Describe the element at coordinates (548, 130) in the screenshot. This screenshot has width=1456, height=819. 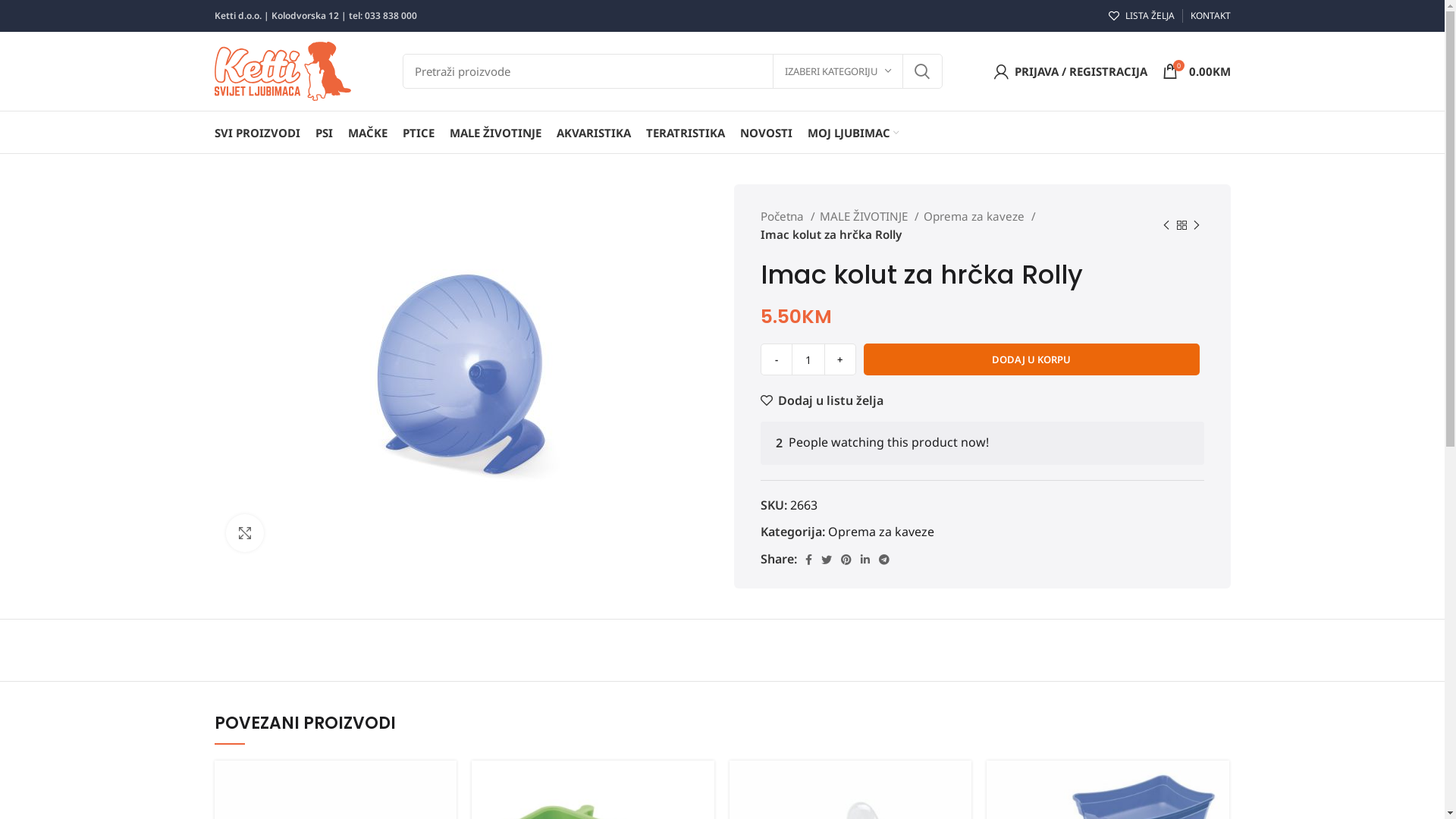
I see `'AKVARISTIKA'` at that location.